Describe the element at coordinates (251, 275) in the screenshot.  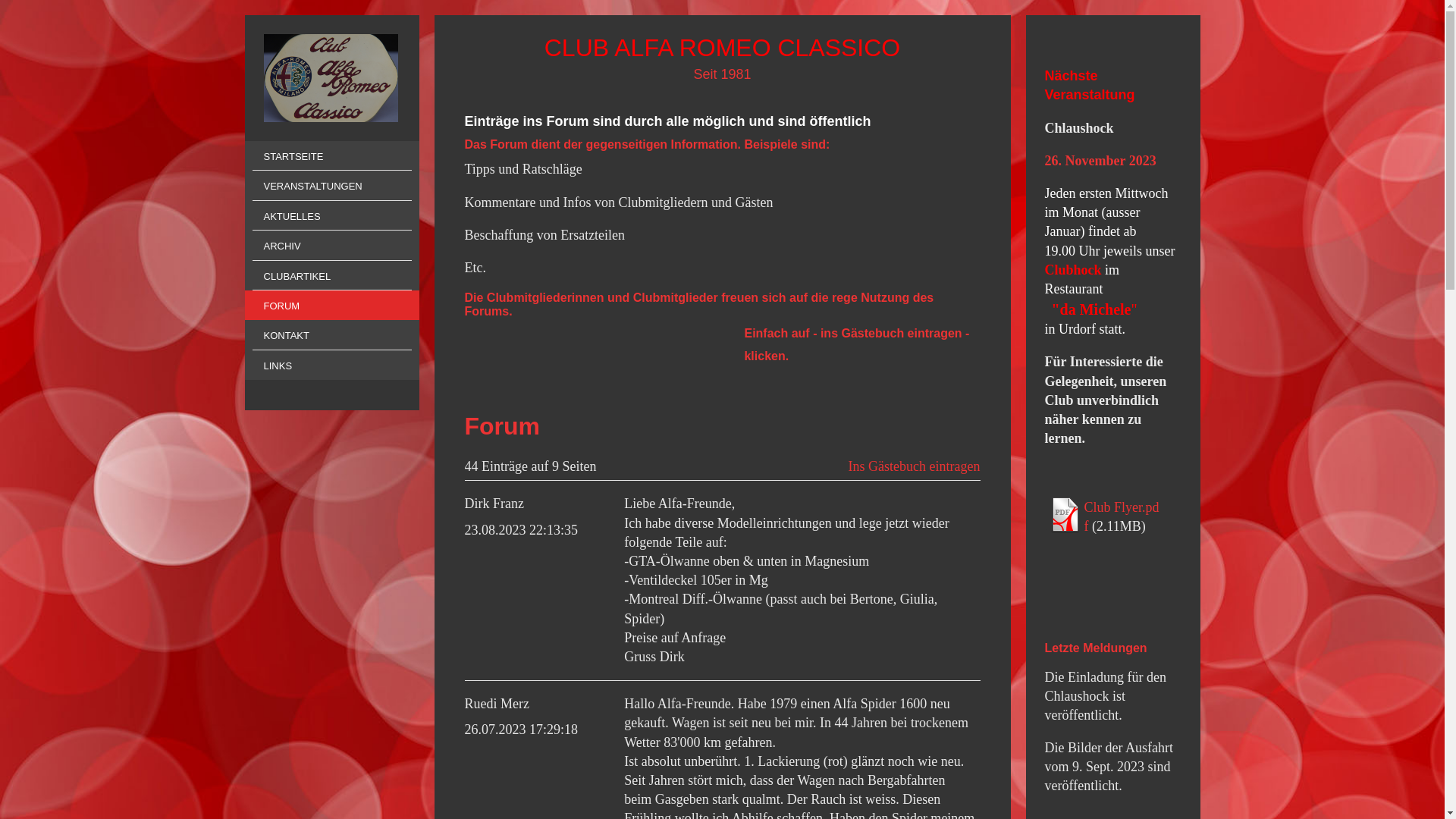
I see `'CLUBARTIKEL'` at that location.